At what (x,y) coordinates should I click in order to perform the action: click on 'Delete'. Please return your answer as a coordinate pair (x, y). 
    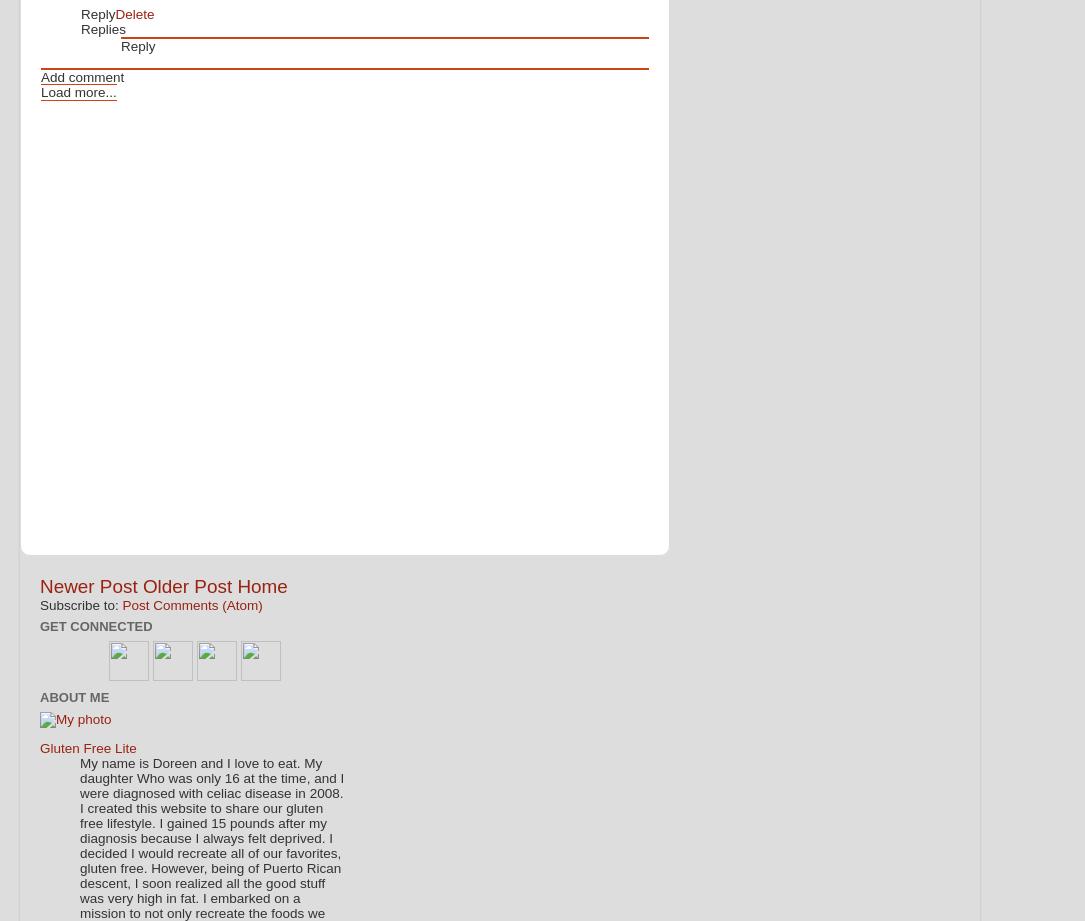
    Looking at the image, I should click on (133, 14).